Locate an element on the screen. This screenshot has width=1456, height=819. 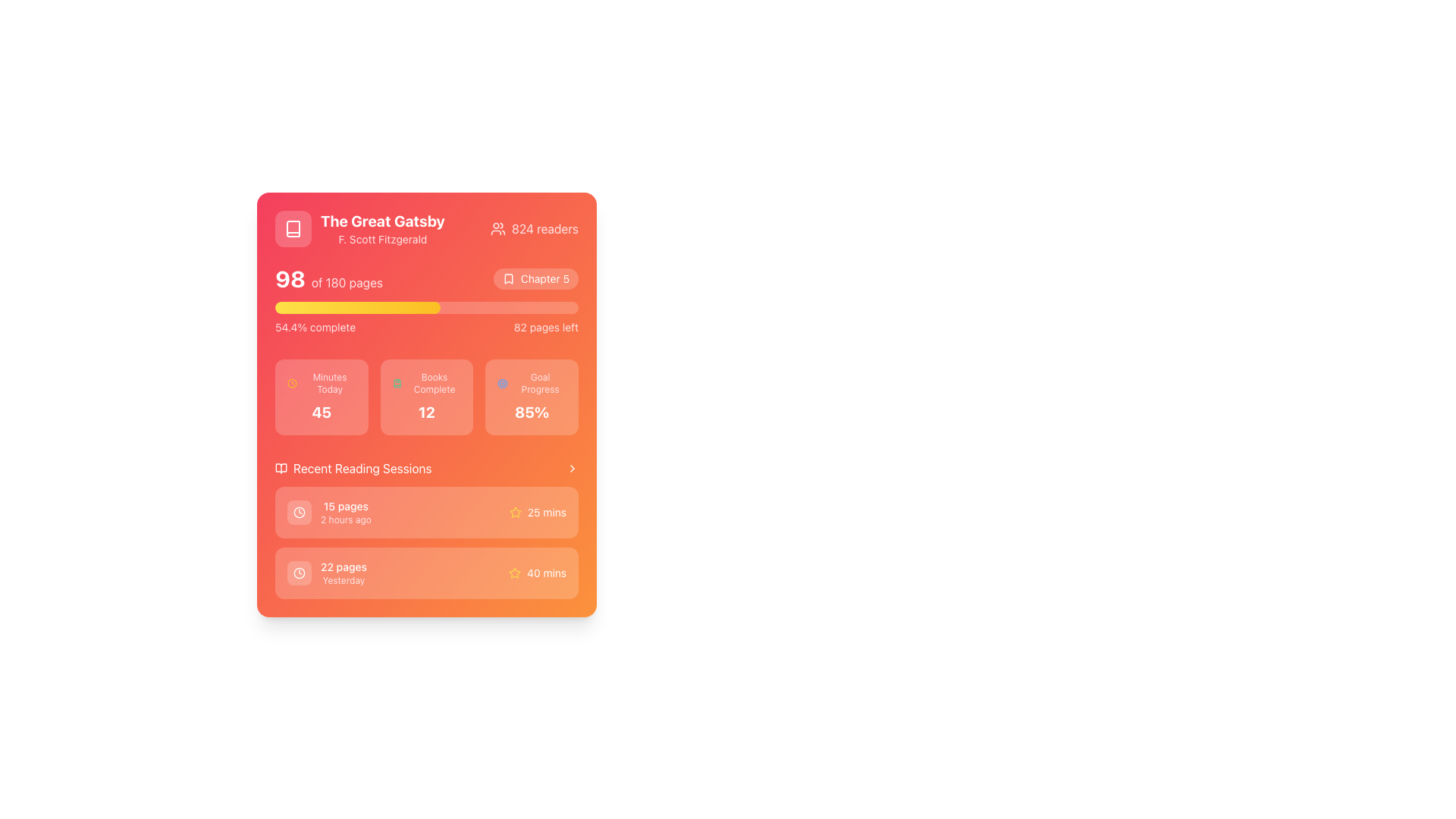
current reading progress displayed in the Text element located at the upper section of the panel, positioned left of 'Chapter 5' is located at coordinates (328, 278).